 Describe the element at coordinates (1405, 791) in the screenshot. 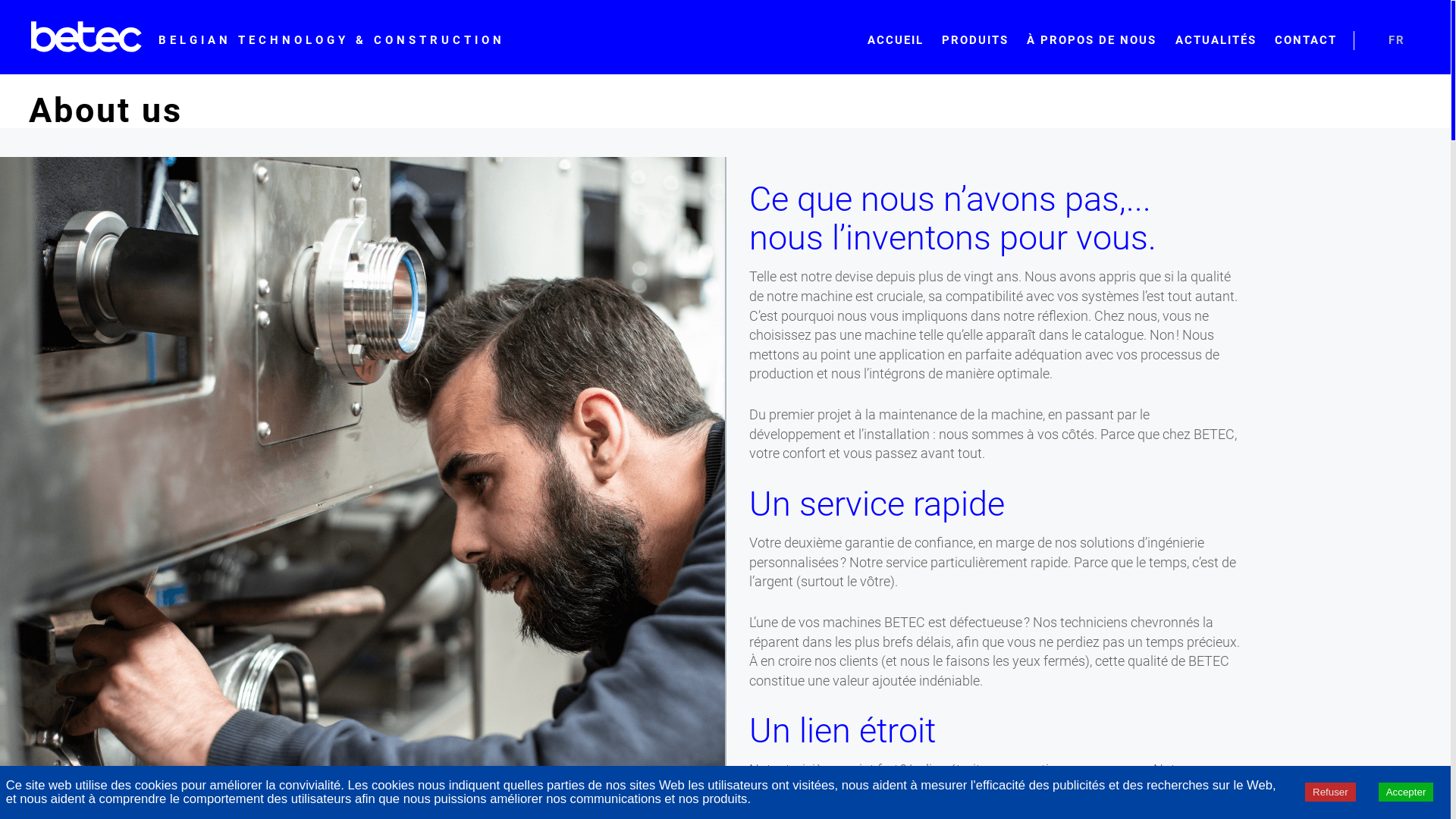

I see `'Accepter'` at that location.